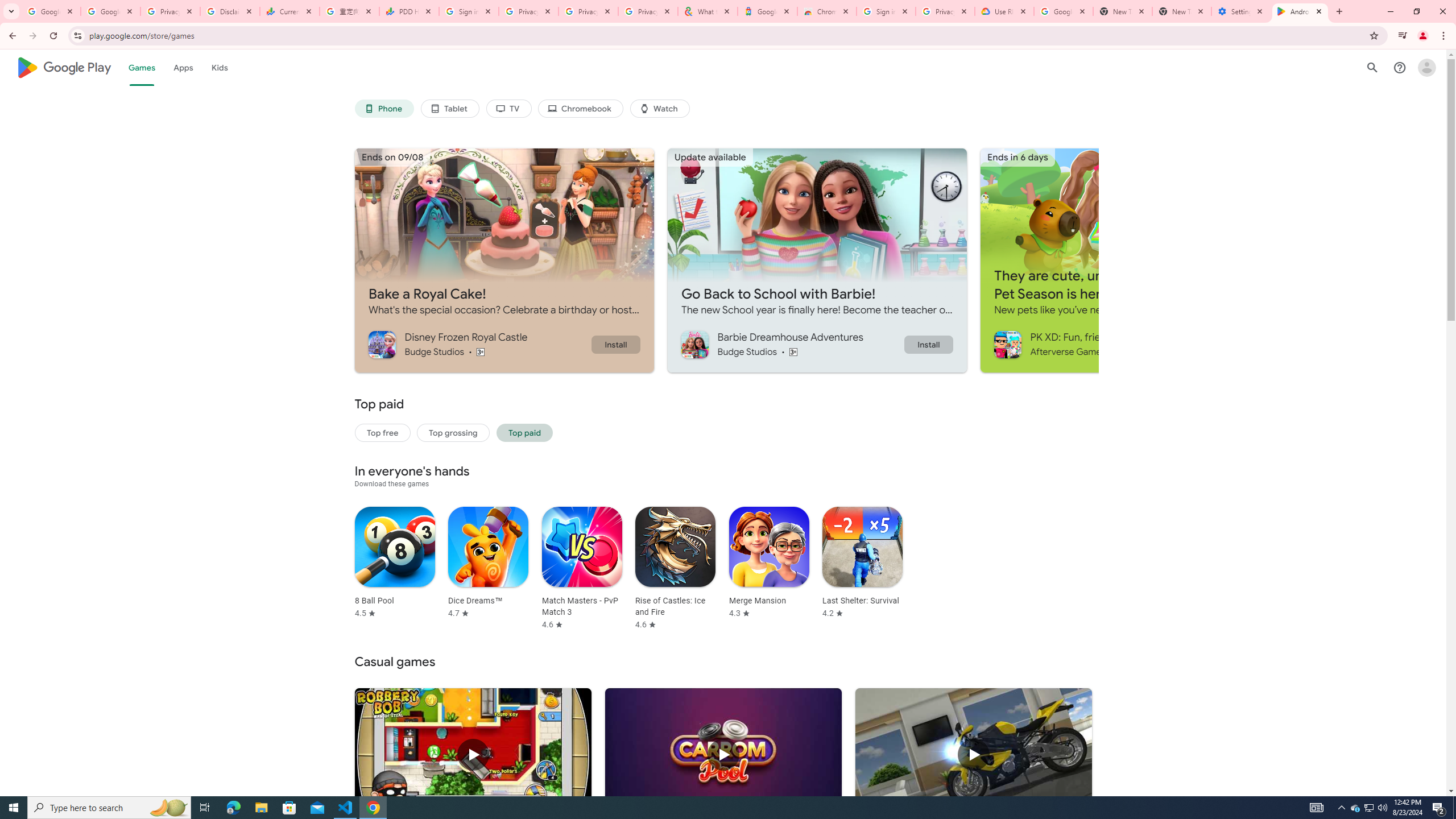  I want to click on 'Play Robbery Bob - King of Sneak', so click(473, 754).